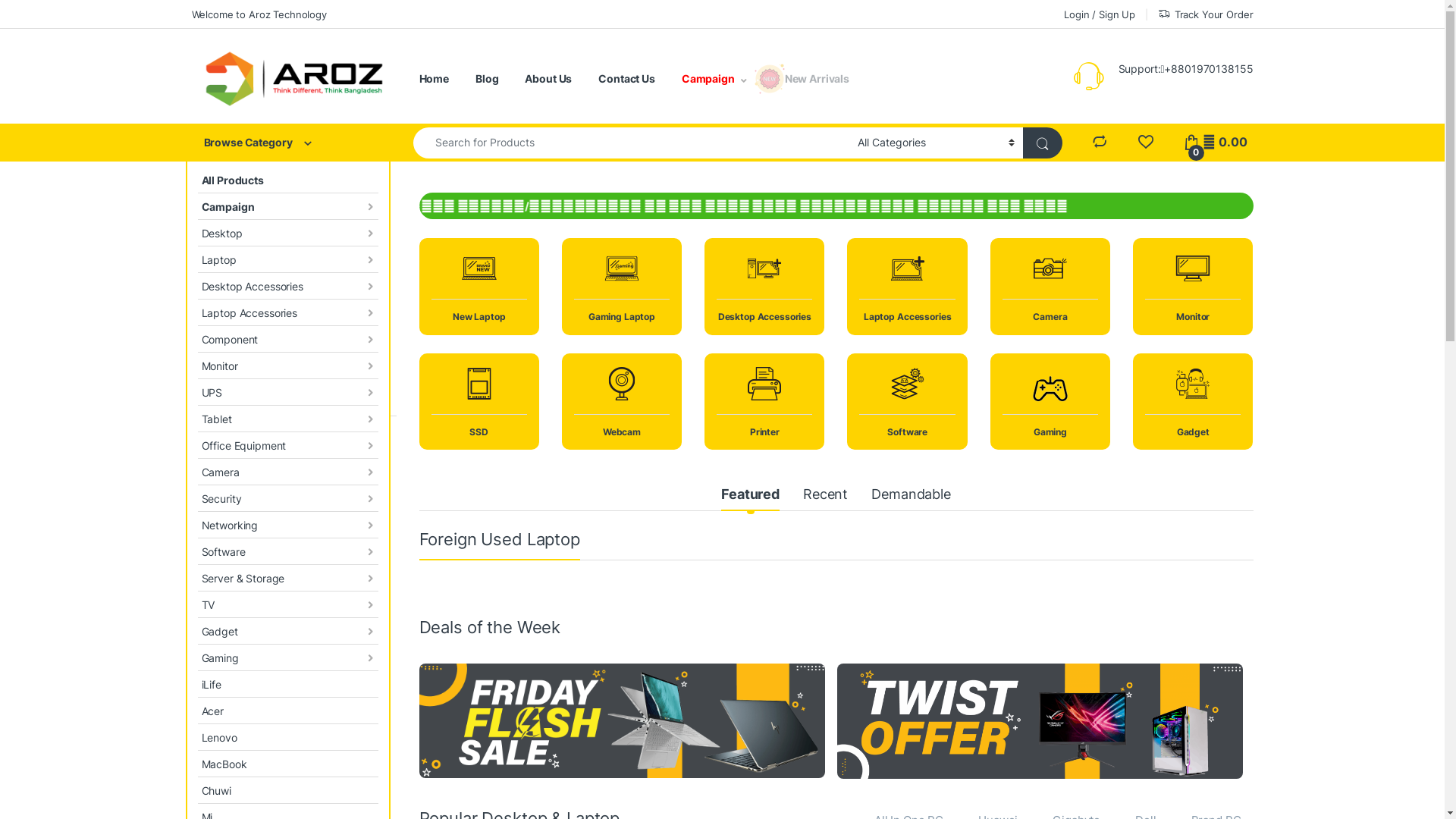  I want to click on 'Gadget', so click(196, 631).